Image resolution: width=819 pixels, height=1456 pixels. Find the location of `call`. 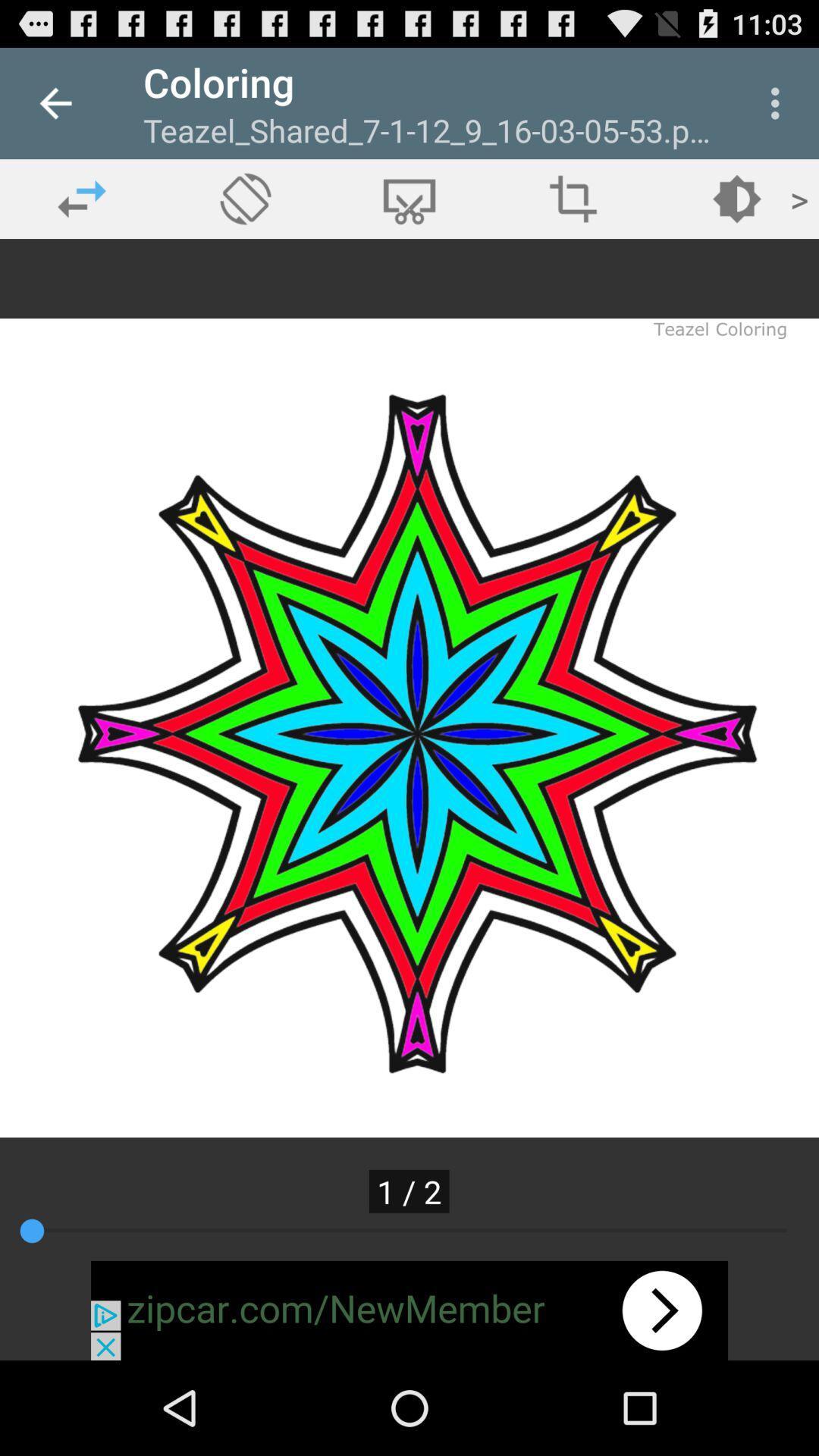

call is located at coordinates (245, 198).